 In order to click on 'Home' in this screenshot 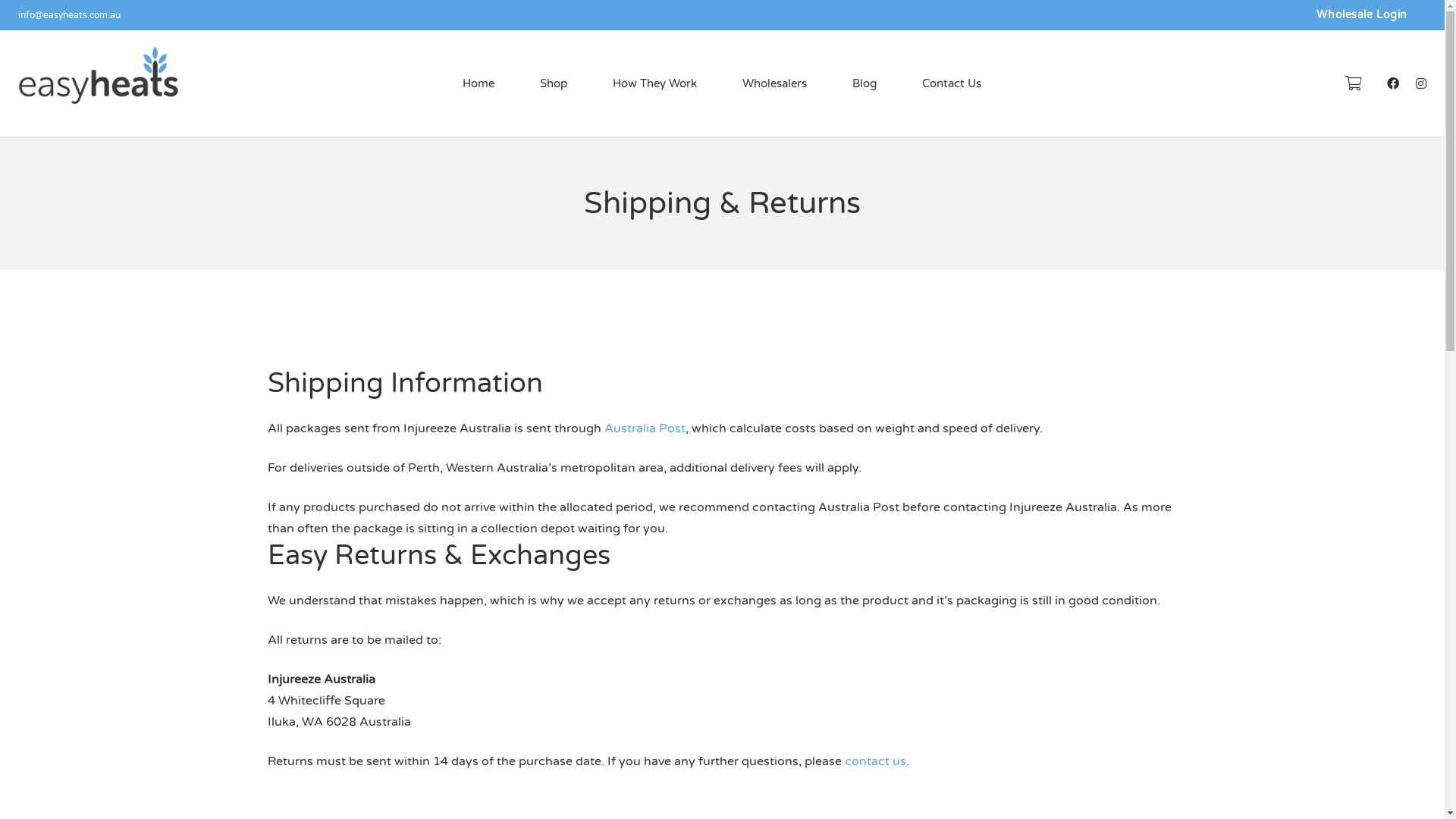, I will do `click(477, 83)`.